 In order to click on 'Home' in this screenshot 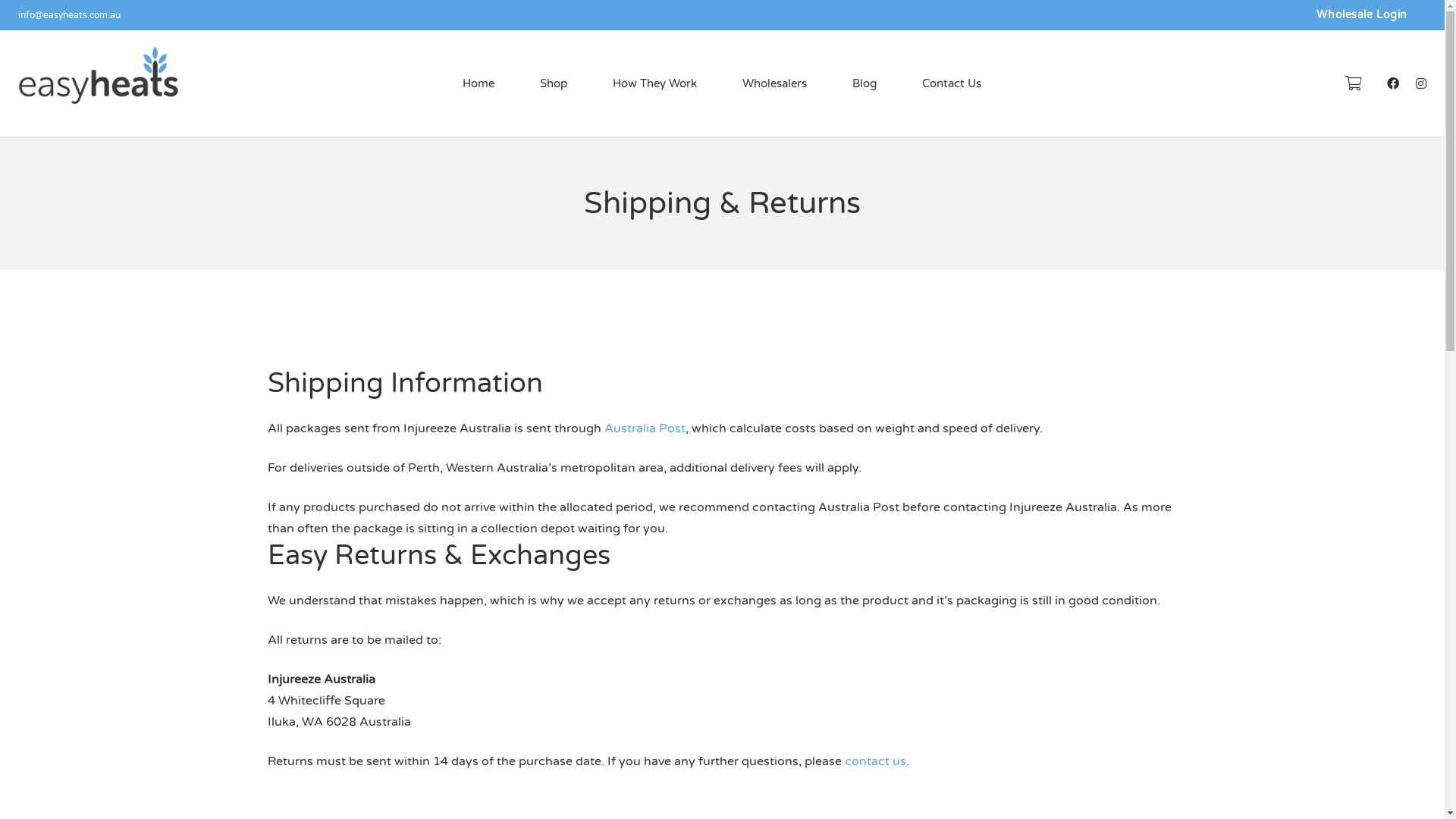, I will do `click(477, 83)`.